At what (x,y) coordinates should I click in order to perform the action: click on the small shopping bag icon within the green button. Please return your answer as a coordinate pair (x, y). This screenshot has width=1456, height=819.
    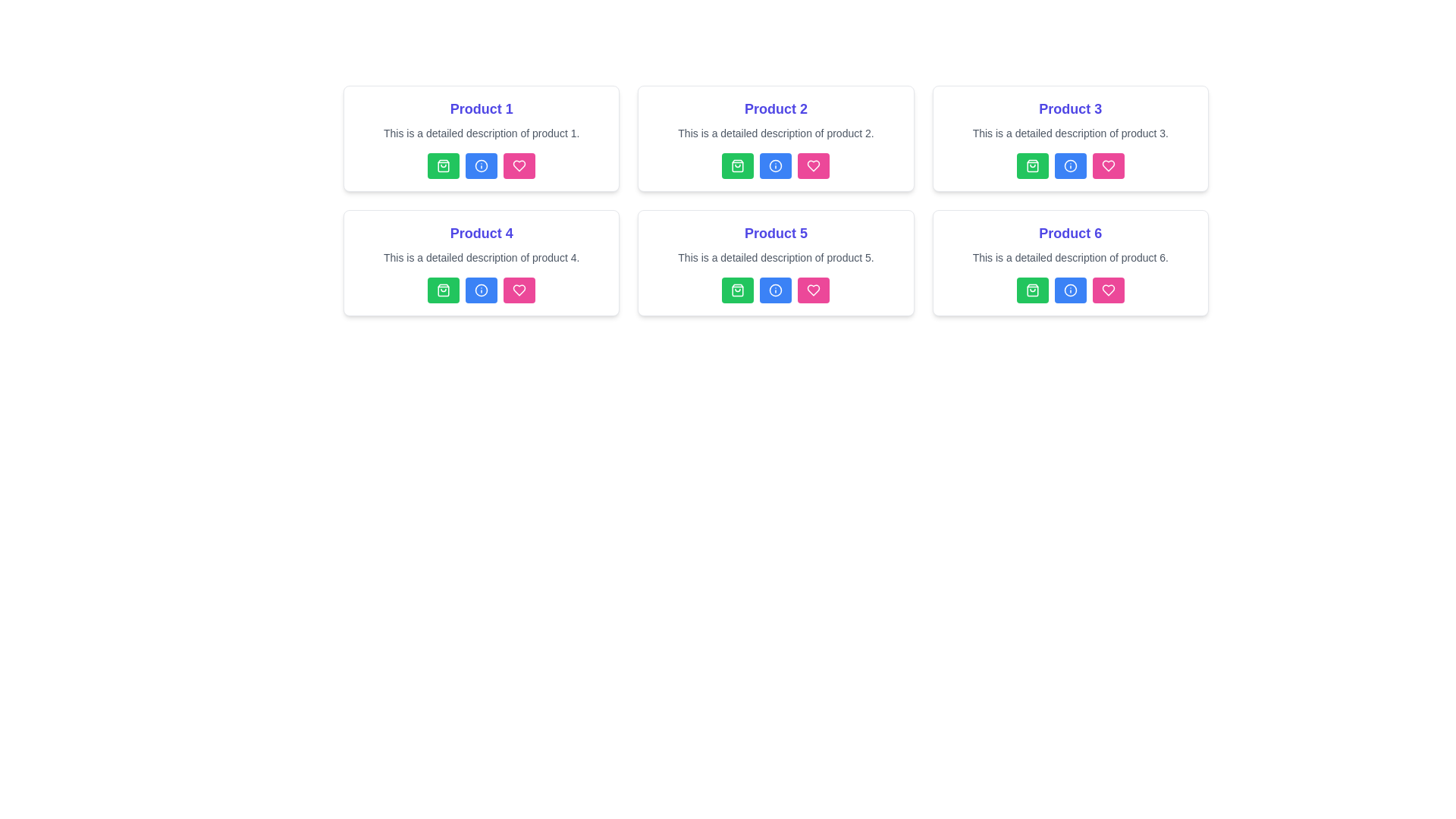
    Looking at the image, I should click on (1031, 166).